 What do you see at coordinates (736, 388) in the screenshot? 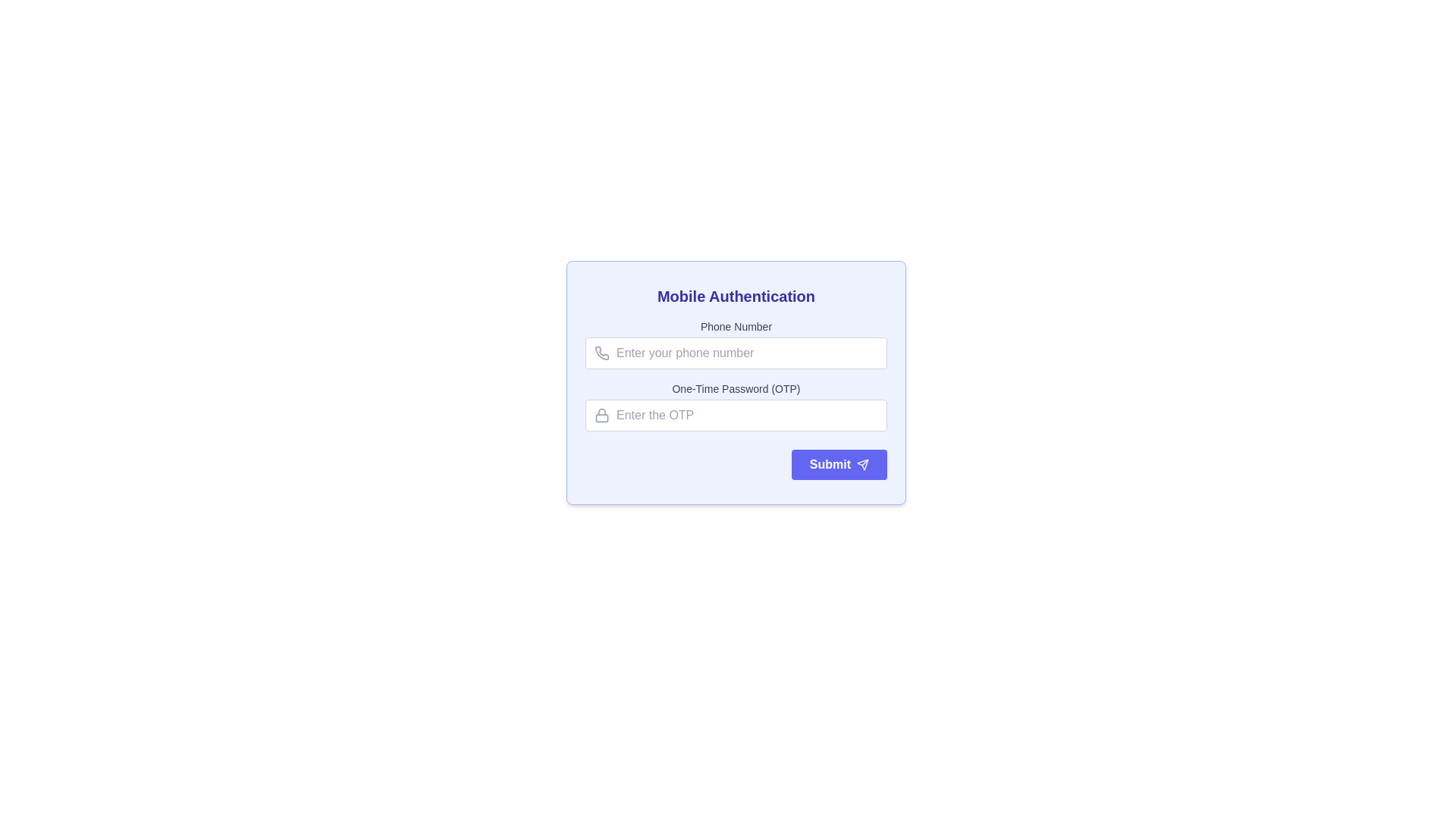
I see `the 'One-Time Password (OTP)' label in the mobile authentication form, which is styled in gray and positioned above the input box` at bounding box center [736, 388].